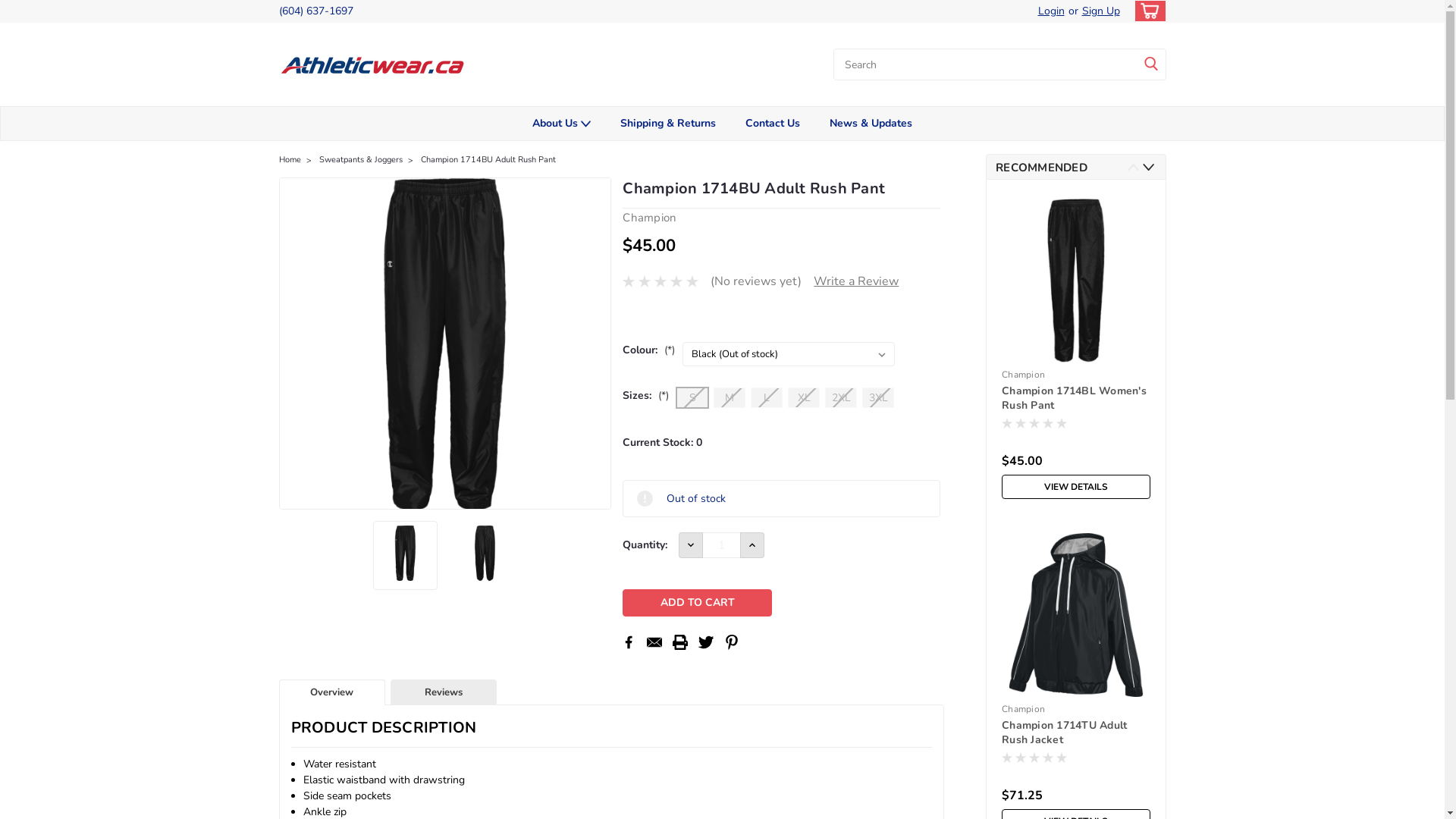 This screenshot has height=819, width=1456. What do you see at coordinates (1075, 614) in the screenshot?
I see `'Black - 1714TU Adult Rush Jacket | Athleticwear.ca'` at bounding box center [1075, 614].